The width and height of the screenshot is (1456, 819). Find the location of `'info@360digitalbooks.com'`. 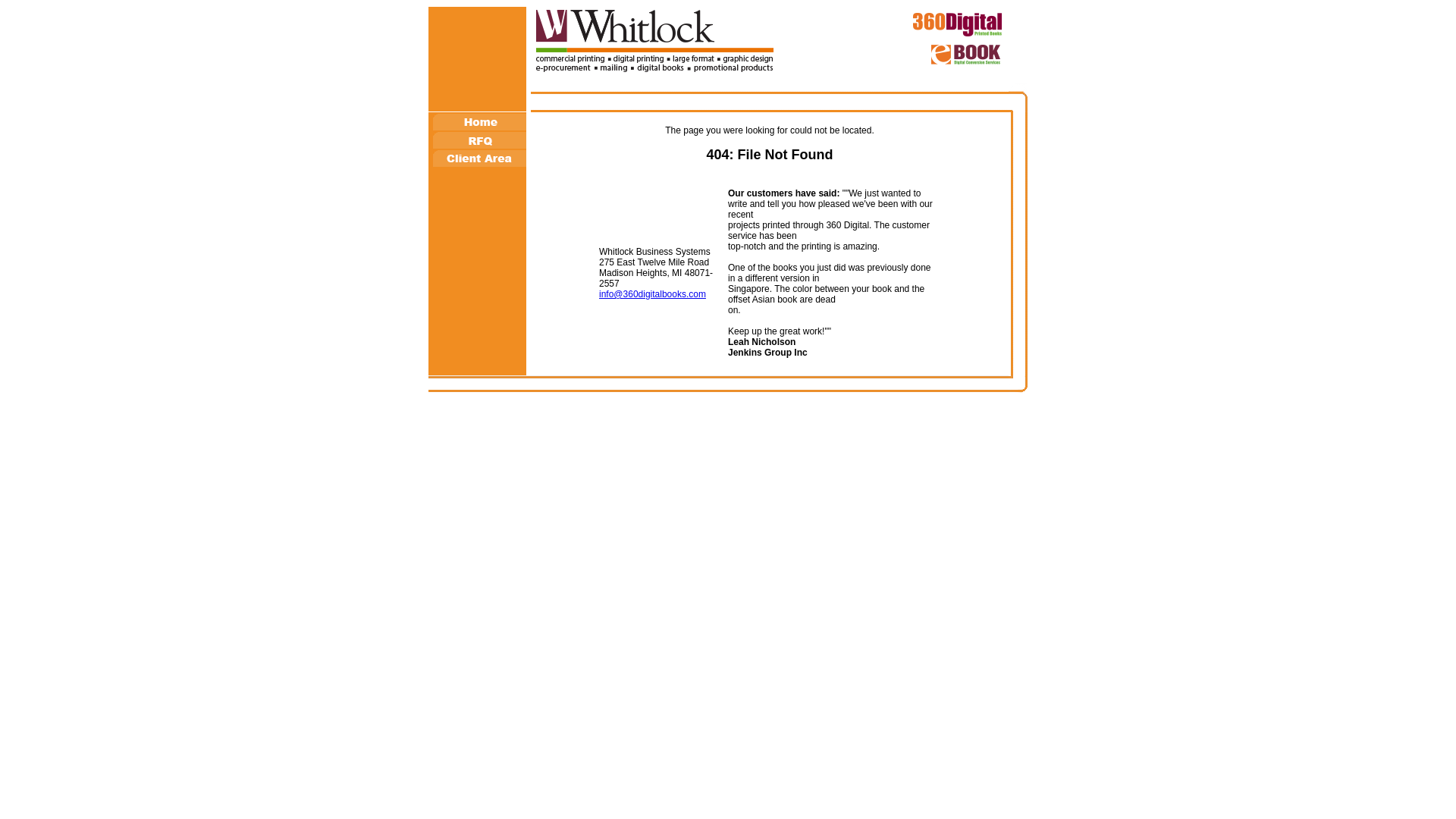

'info@360digitalbooks.com' is located at coordinates (652, 294).